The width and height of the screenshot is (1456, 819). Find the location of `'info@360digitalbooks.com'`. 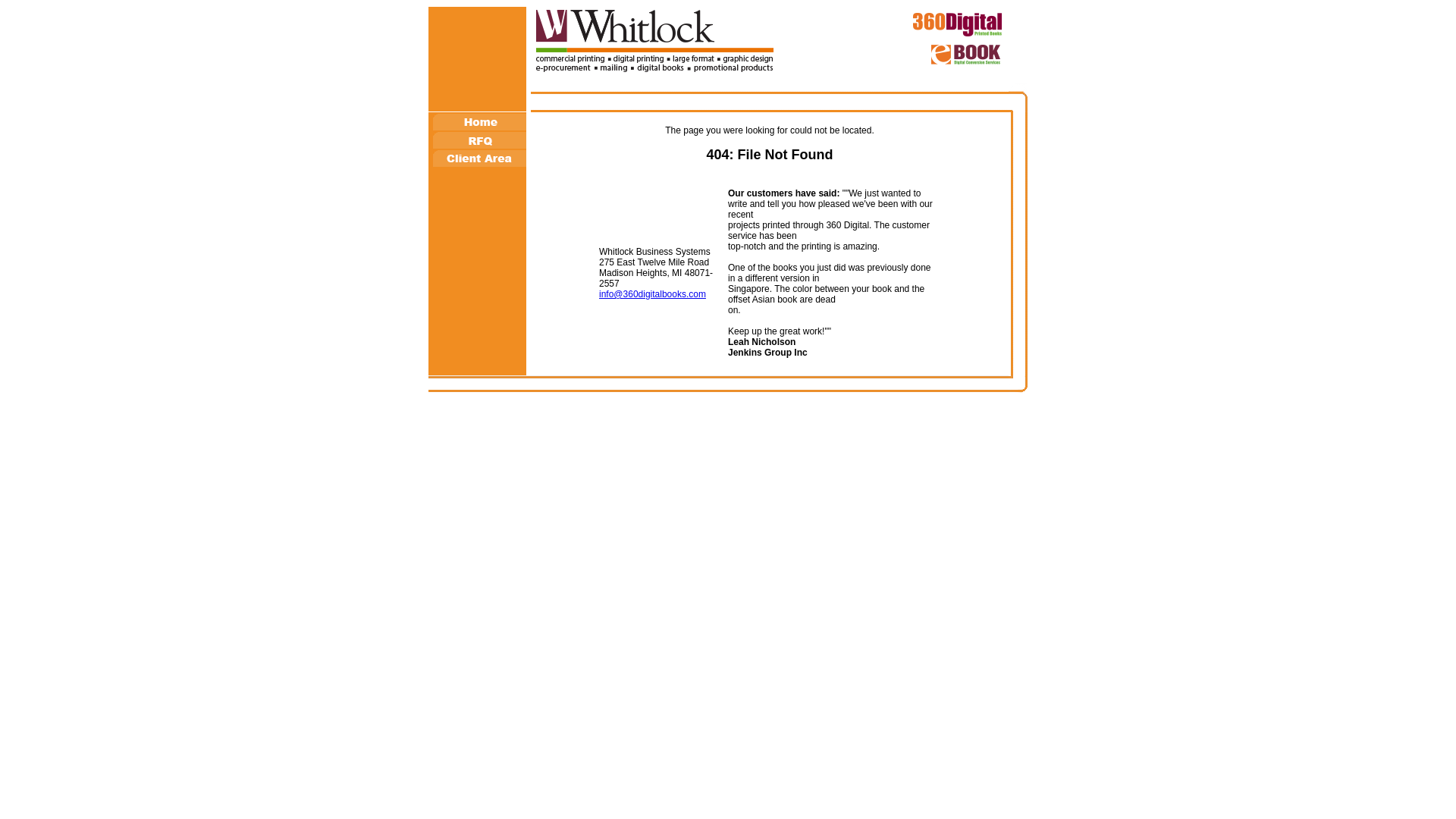

'info@360digitalbooks.com' is located at coordinates (652, 294).